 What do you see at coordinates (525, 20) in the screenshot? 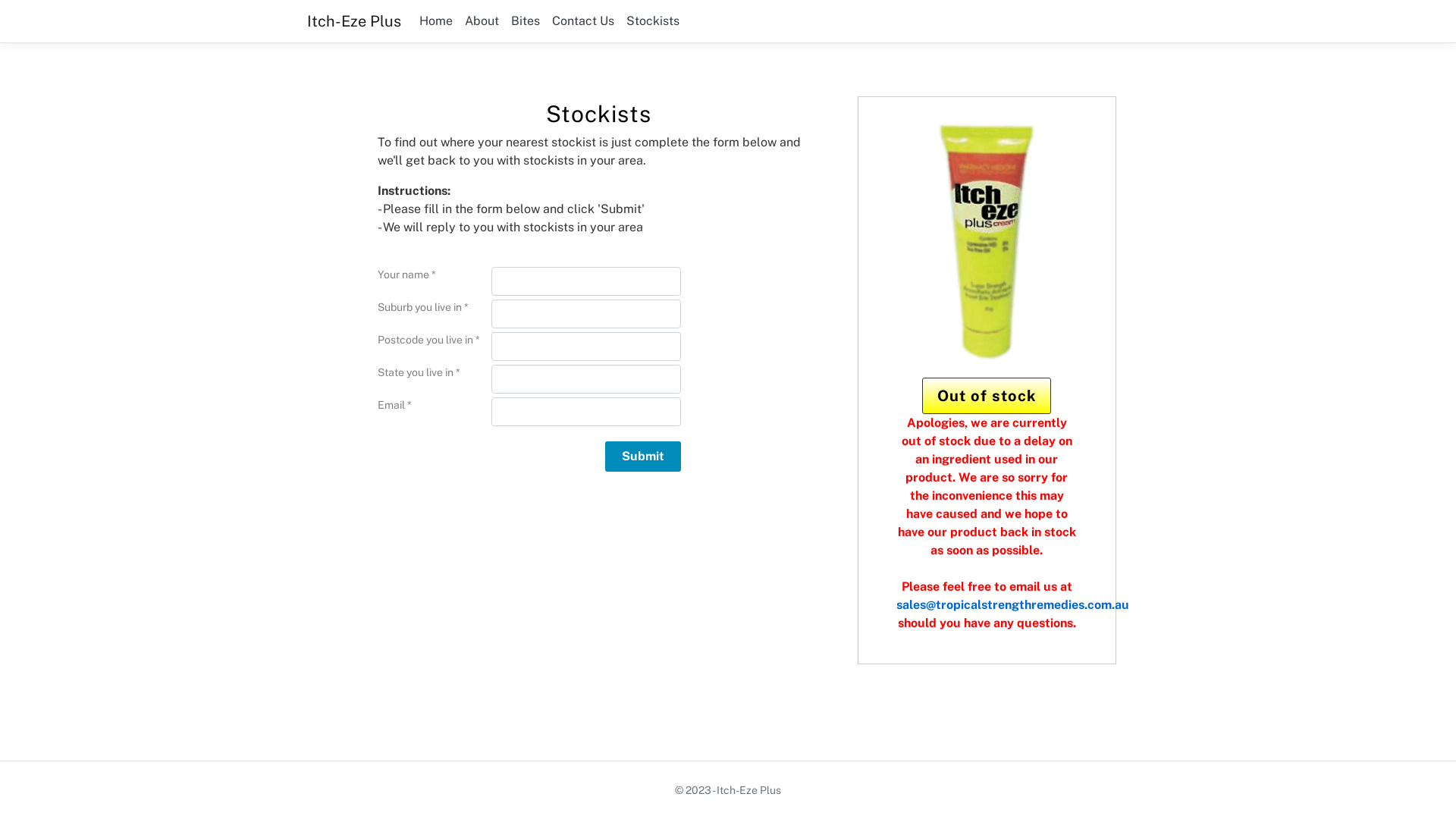
I see `'Bites'` at bounding box center [525, 20].